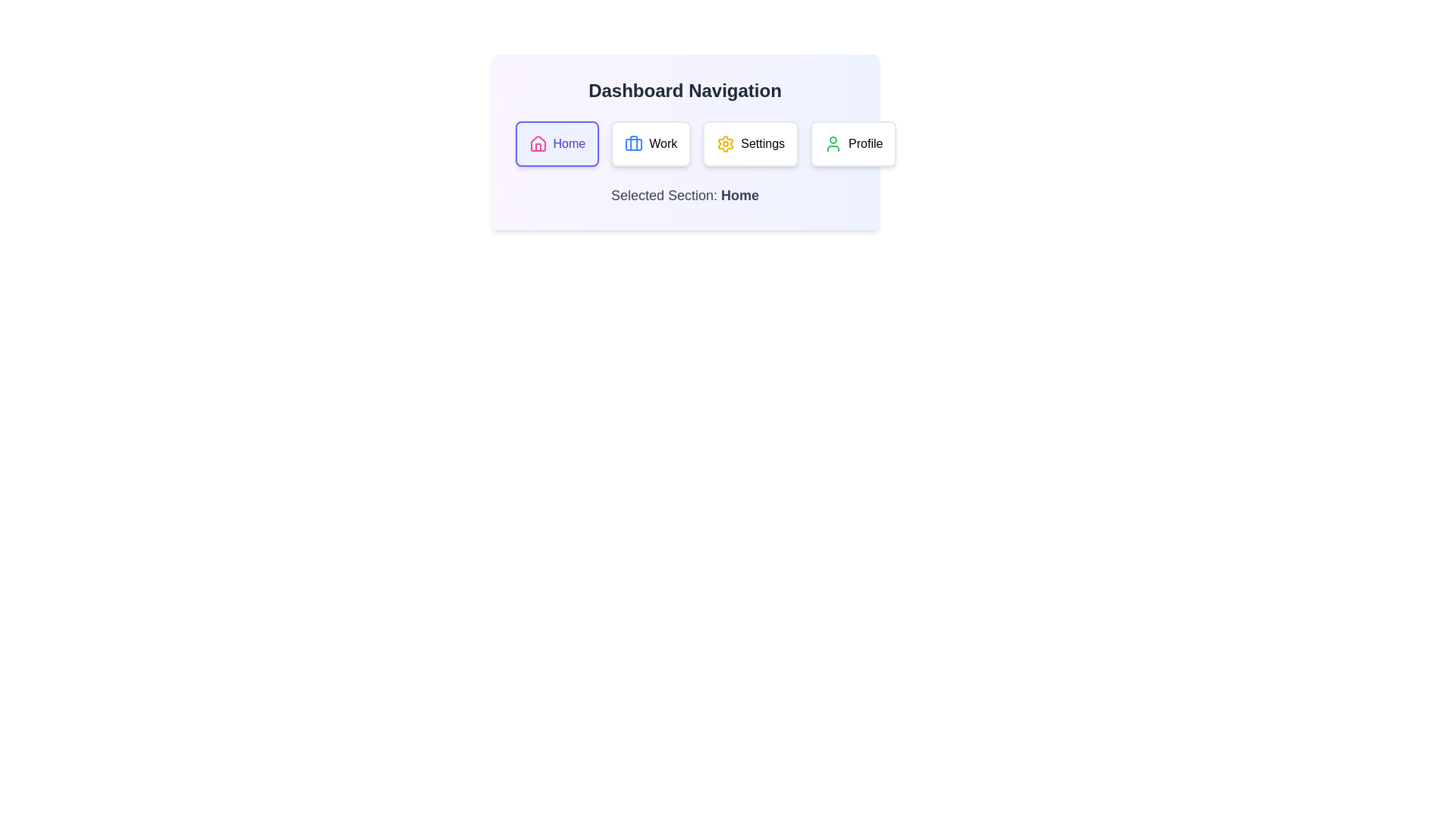 Image resolution: width=1456 pixels, height=819 pixels. What do you see at coordinates (538, 147) in the screenshot?
I see `the lower portion of the 'Home' icon, which represents the door of the house structure` at bounding box center [538, 147].